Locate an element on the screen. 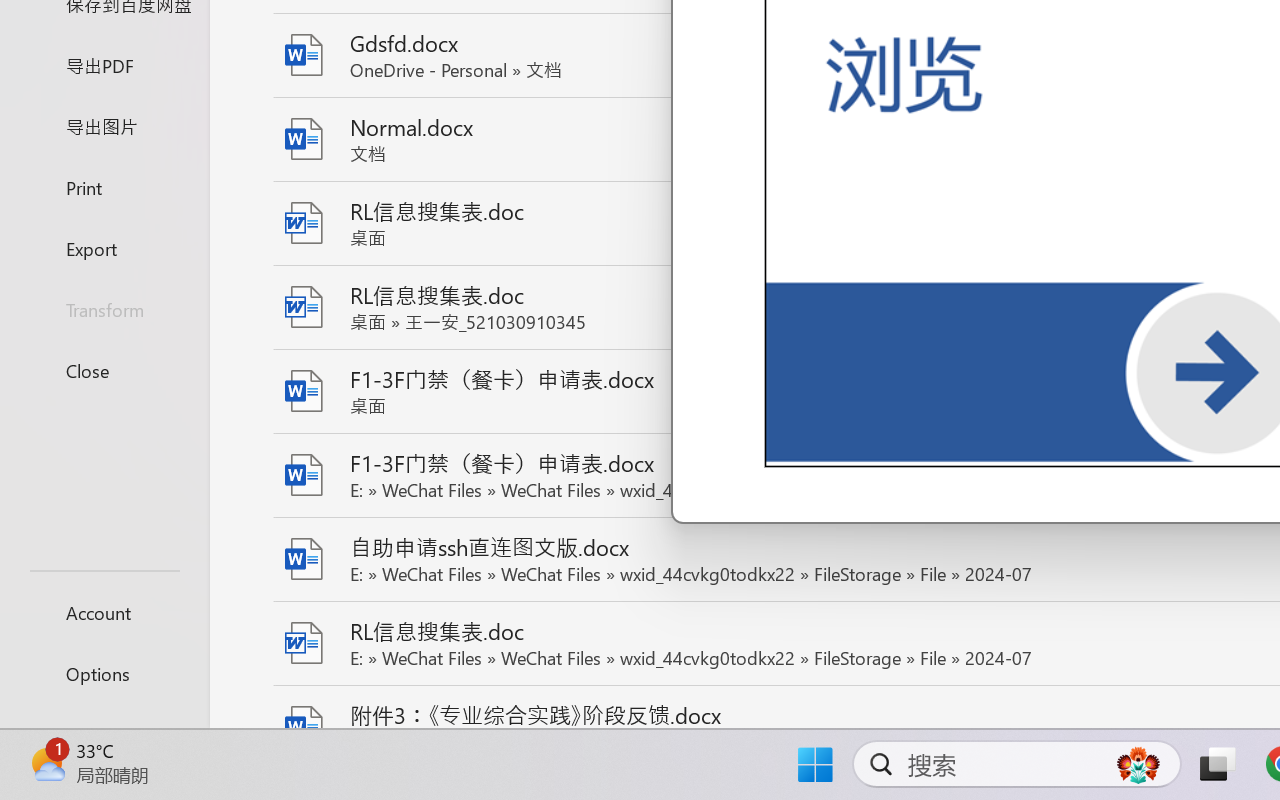 This screenshot has width=1280, height=800. 'Print' is located at coordinates (103, 186).